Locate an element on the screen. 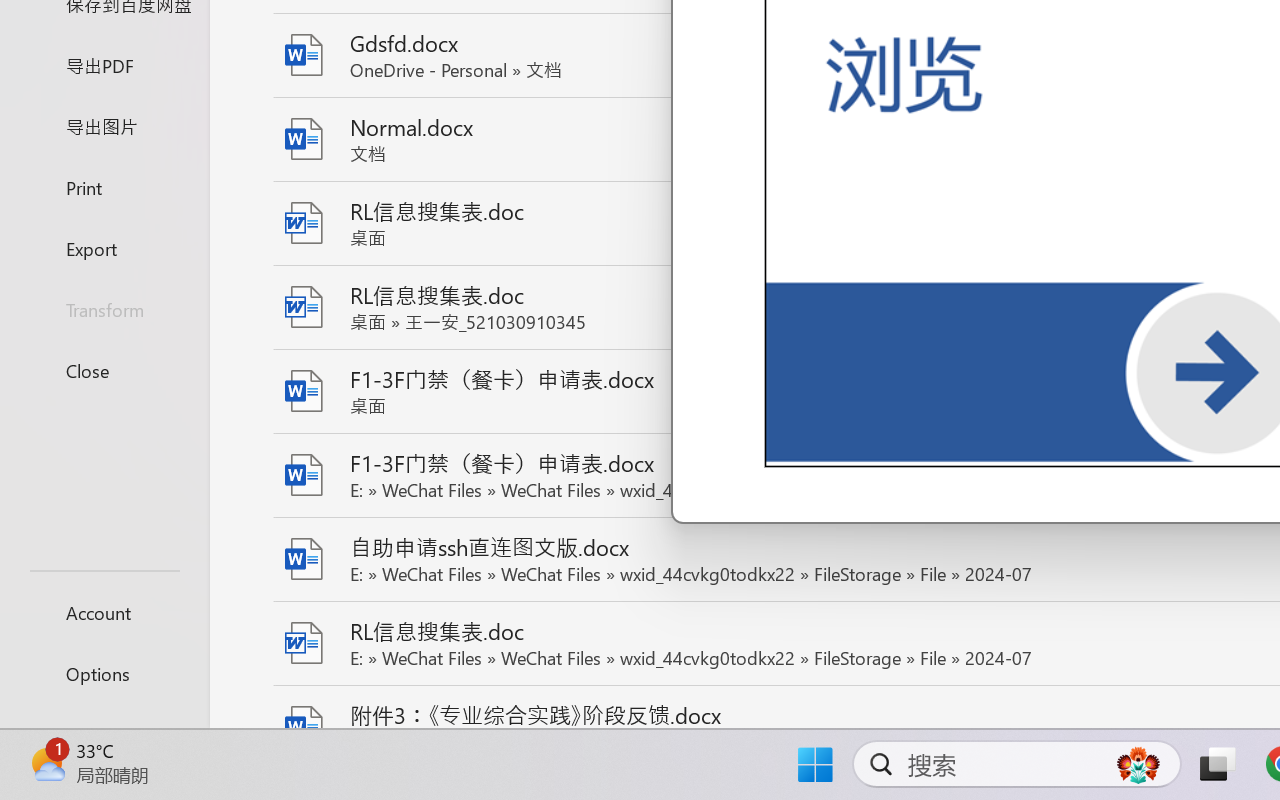 This screenshot has width=1280, height=800. 'Print' is located at coordinates (103, 186).